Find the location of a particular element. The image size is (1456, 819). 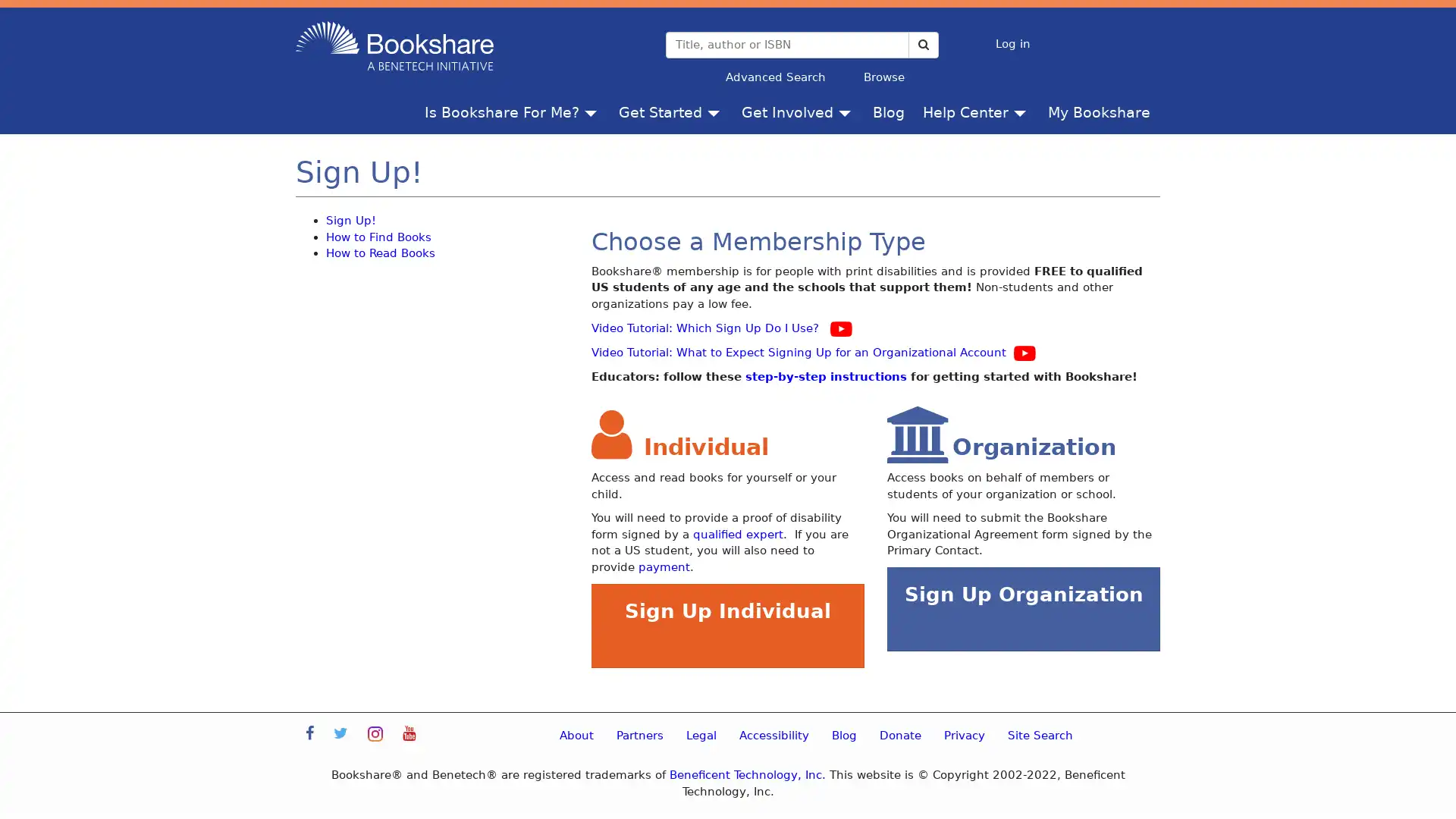

Help Center menu is located at coordinates (1023, 111).